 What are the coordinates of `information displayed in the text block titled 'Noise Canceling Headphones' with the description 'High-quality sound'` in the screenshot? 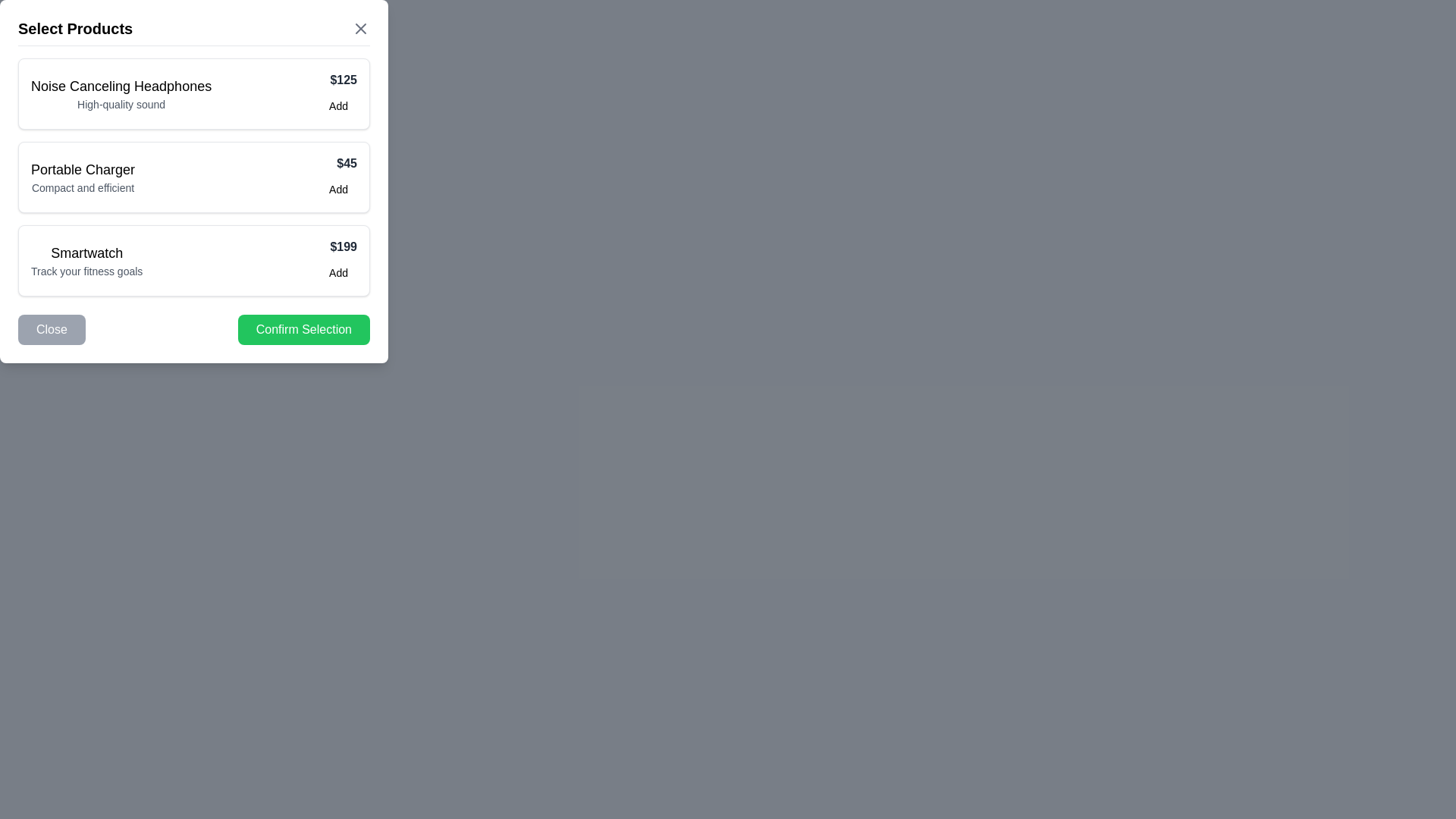 It's located at (121, 93).